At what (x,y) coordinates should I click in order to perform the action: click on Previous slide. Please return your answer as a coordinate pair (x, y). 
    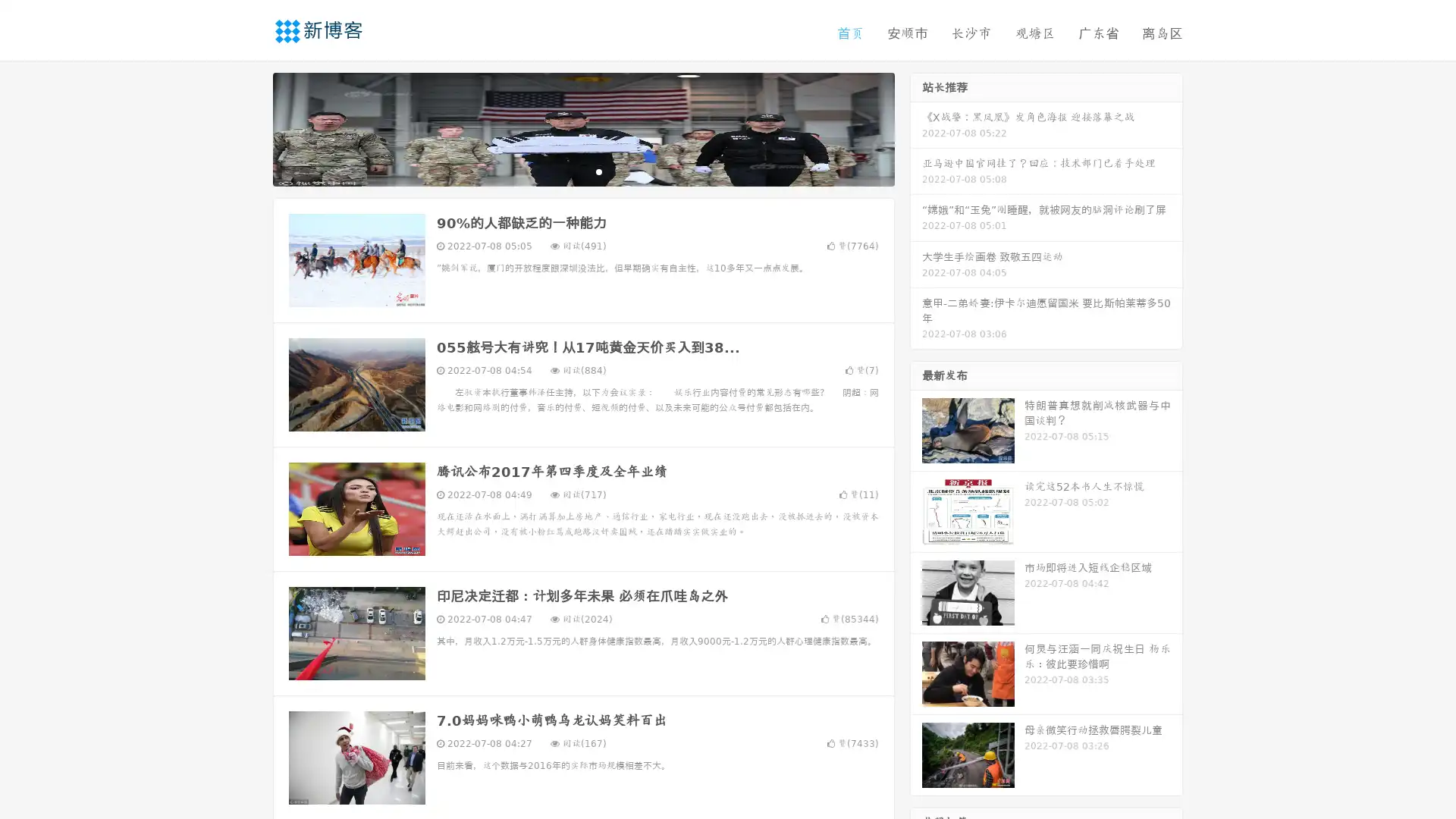
    Looking at the image, I should click on (250, 127).